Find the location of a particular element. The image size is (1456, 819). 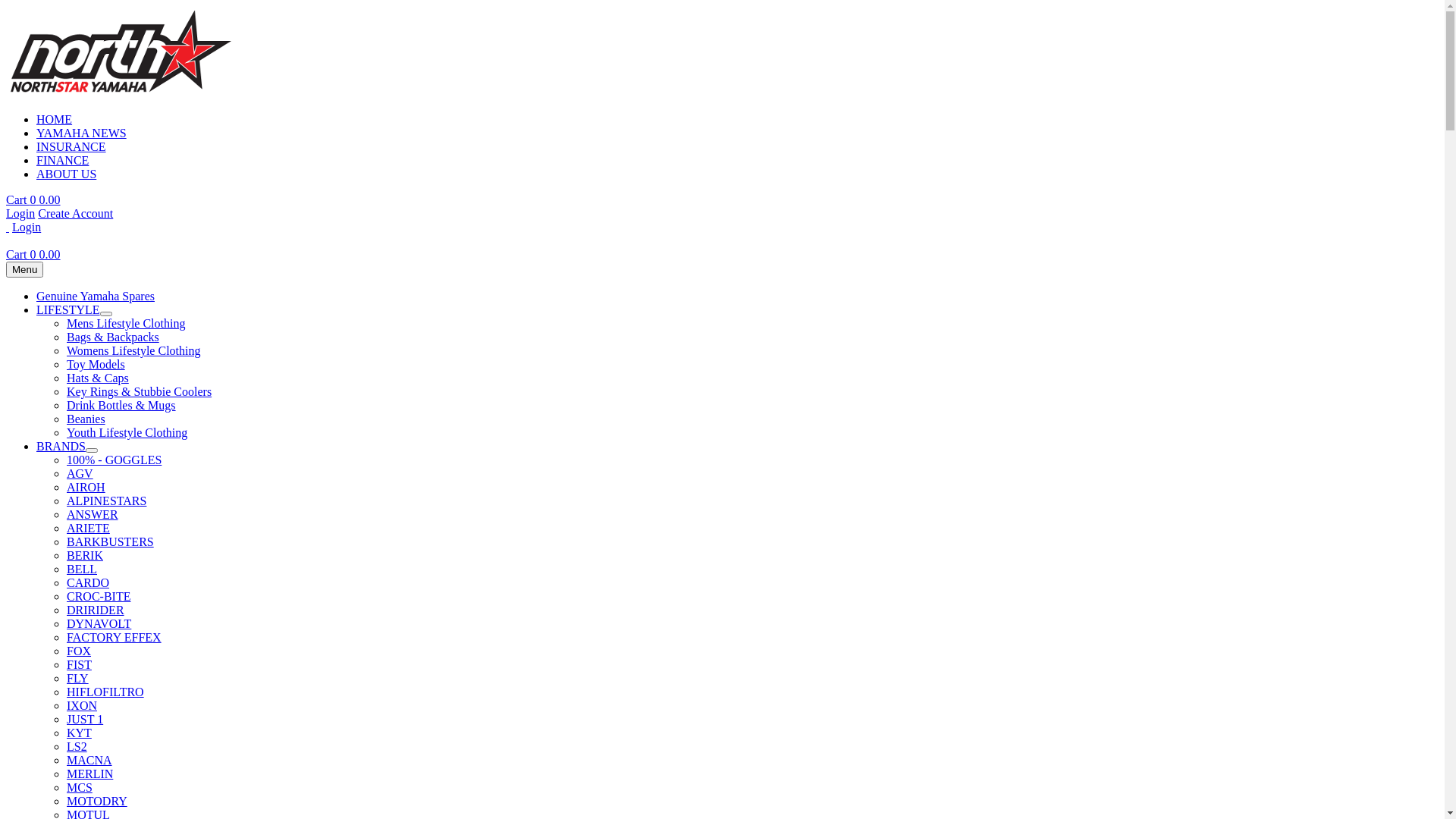

'BRANDS' is located at coordinates (36, 445).